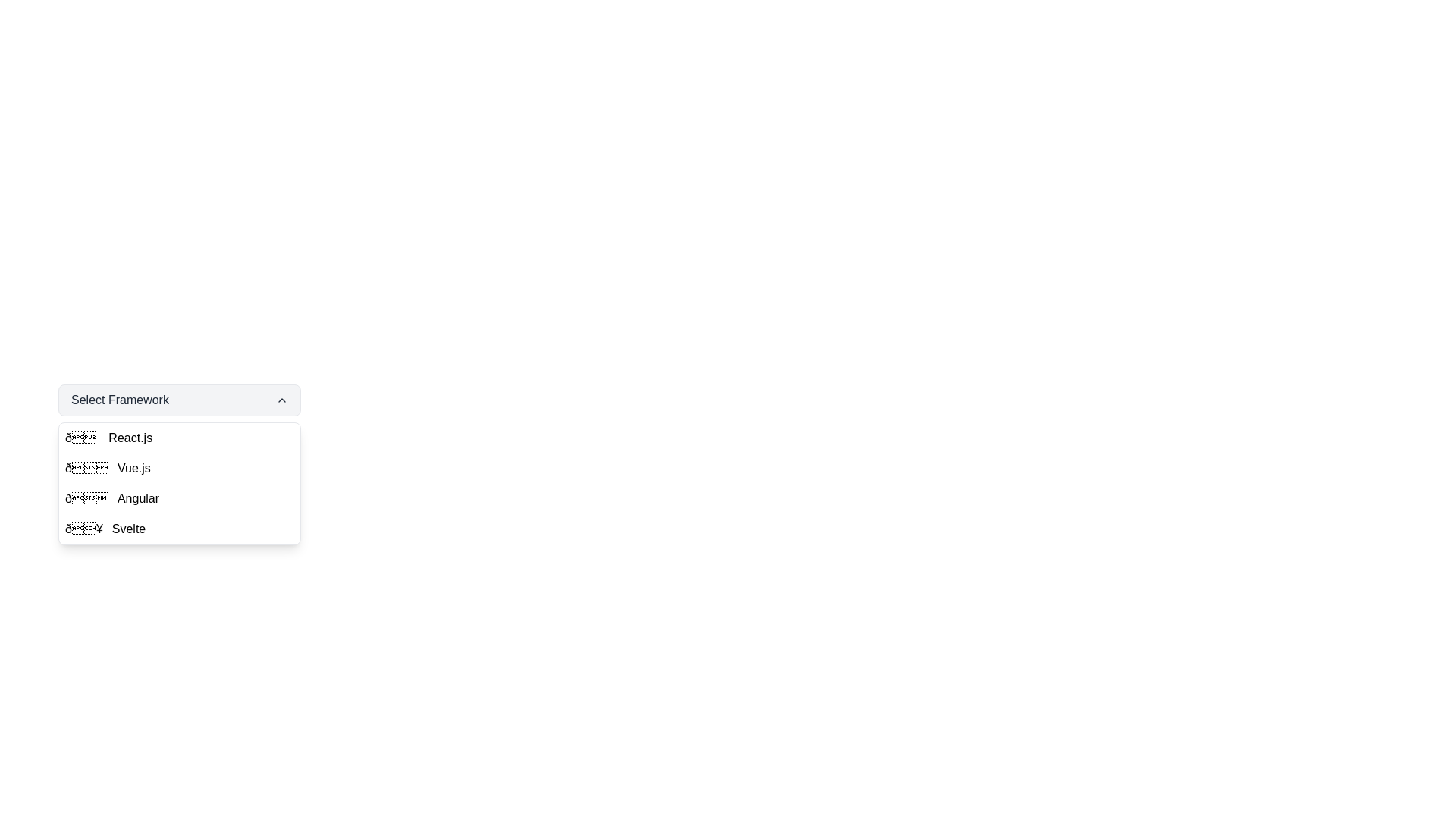 Image resolution: width=1456 pixels, height=819 pixels. I want to click on text 'Vue.js' from the second option in the dropdown list, which is styled with a clean, sans-serif font and positioned to the right of an icon, so click(133, 467).